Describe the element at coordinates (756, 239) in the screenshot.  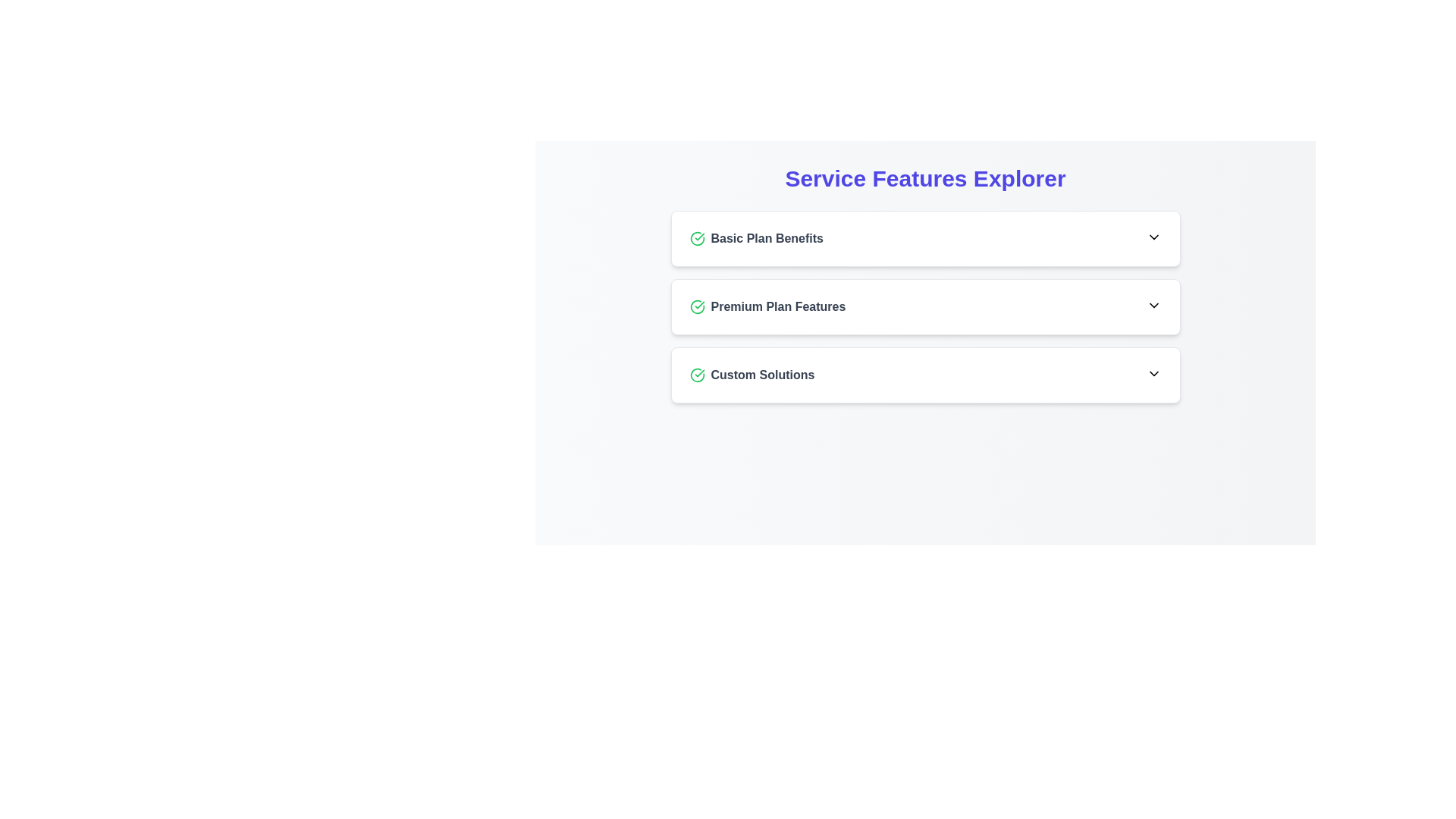
I see `the first list item representing the 'Basic Plan'` at that location.